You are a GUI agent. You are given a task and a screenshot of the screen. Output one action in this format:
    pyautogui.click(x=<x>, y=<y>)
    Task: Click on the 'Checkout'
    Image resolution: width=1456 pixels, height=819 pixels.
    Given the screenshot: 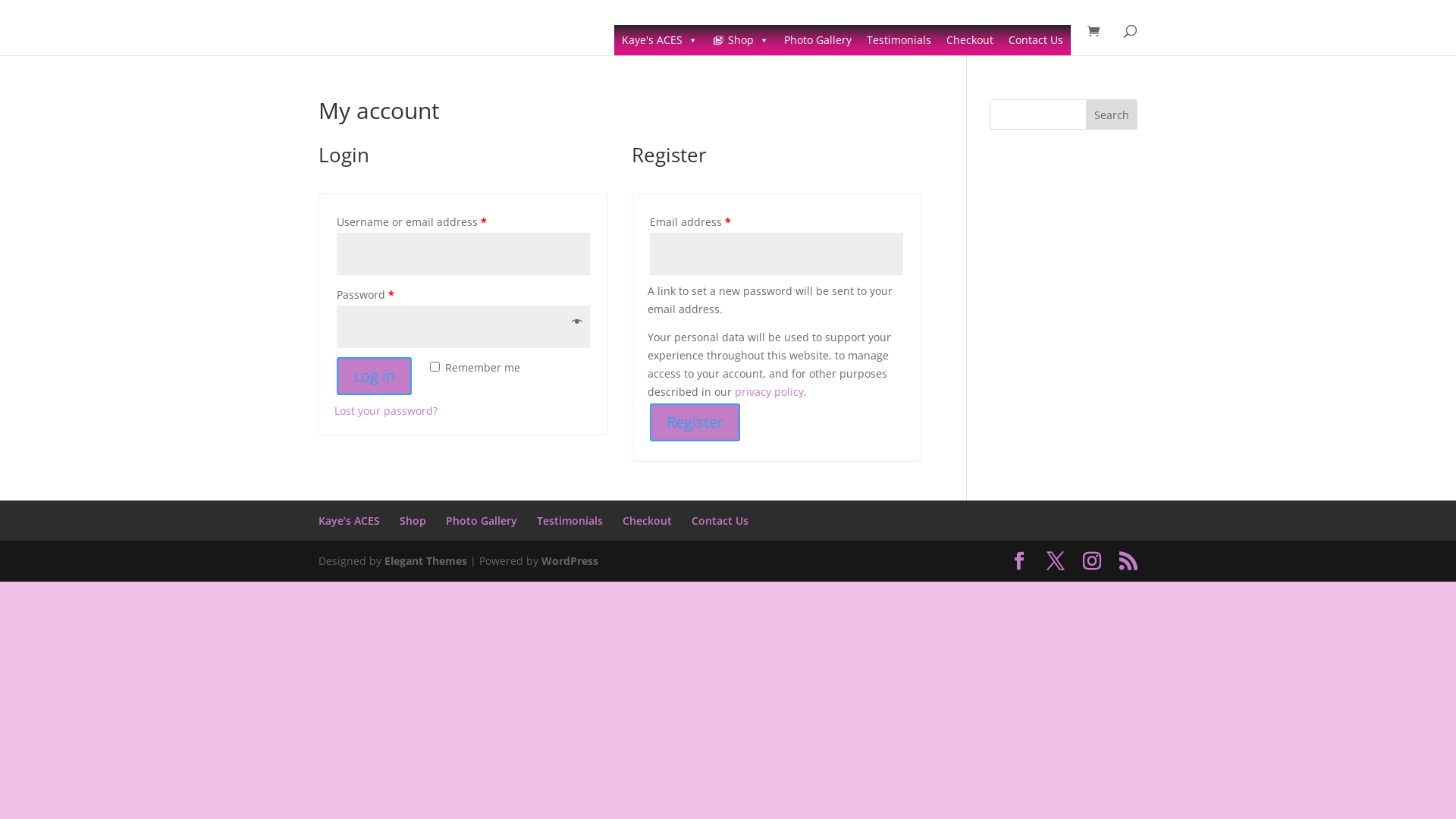 What is the action you would take?
    pyautogui.click(x=647, y=519)
    